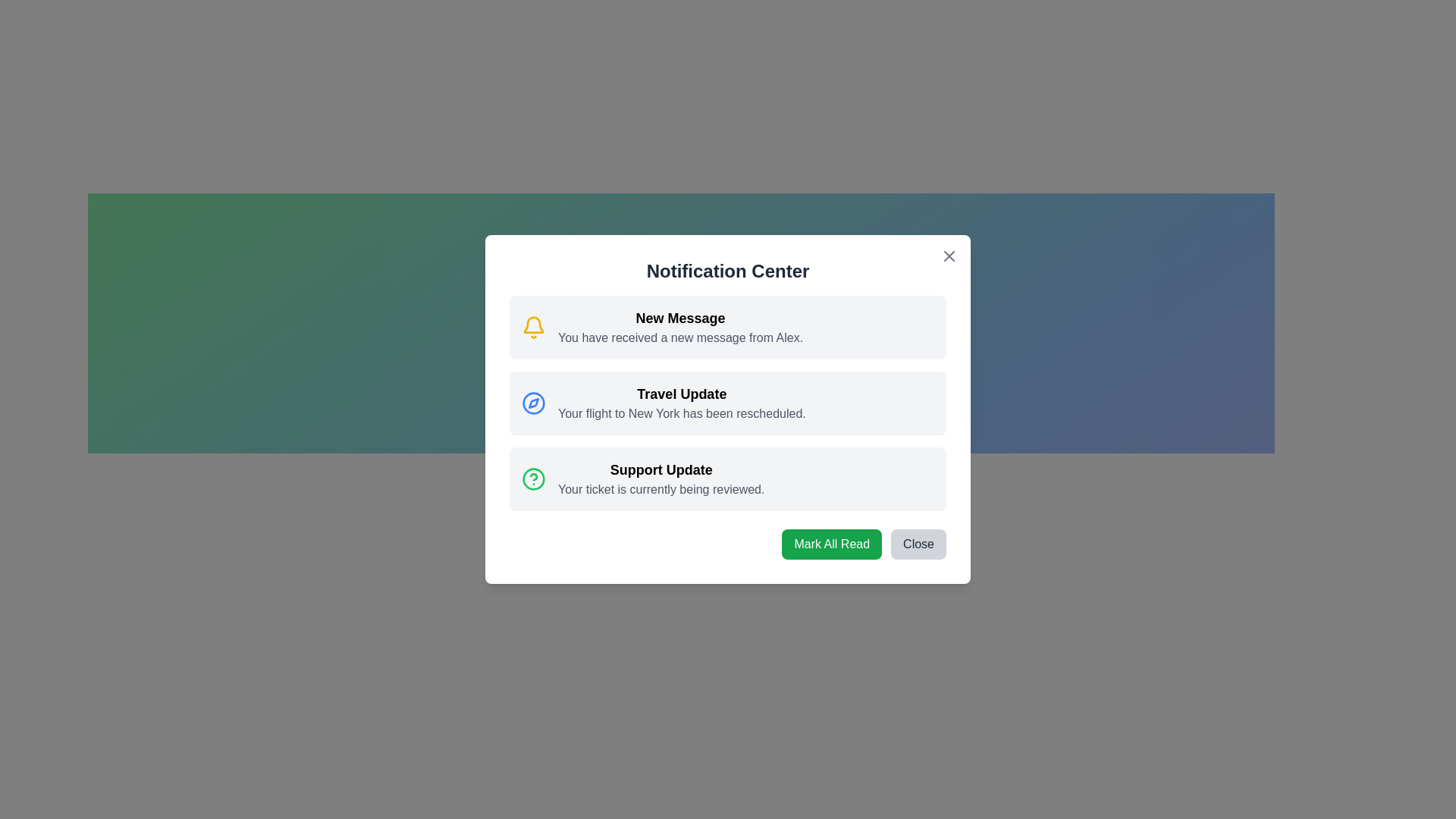 The width and height of the screenshot is (1456, 819). I want to click on static text message displayed in the notification card under the 'Notification Center' heading, specifically the message body of the 'Travel Update' notification, so click(681, 414).